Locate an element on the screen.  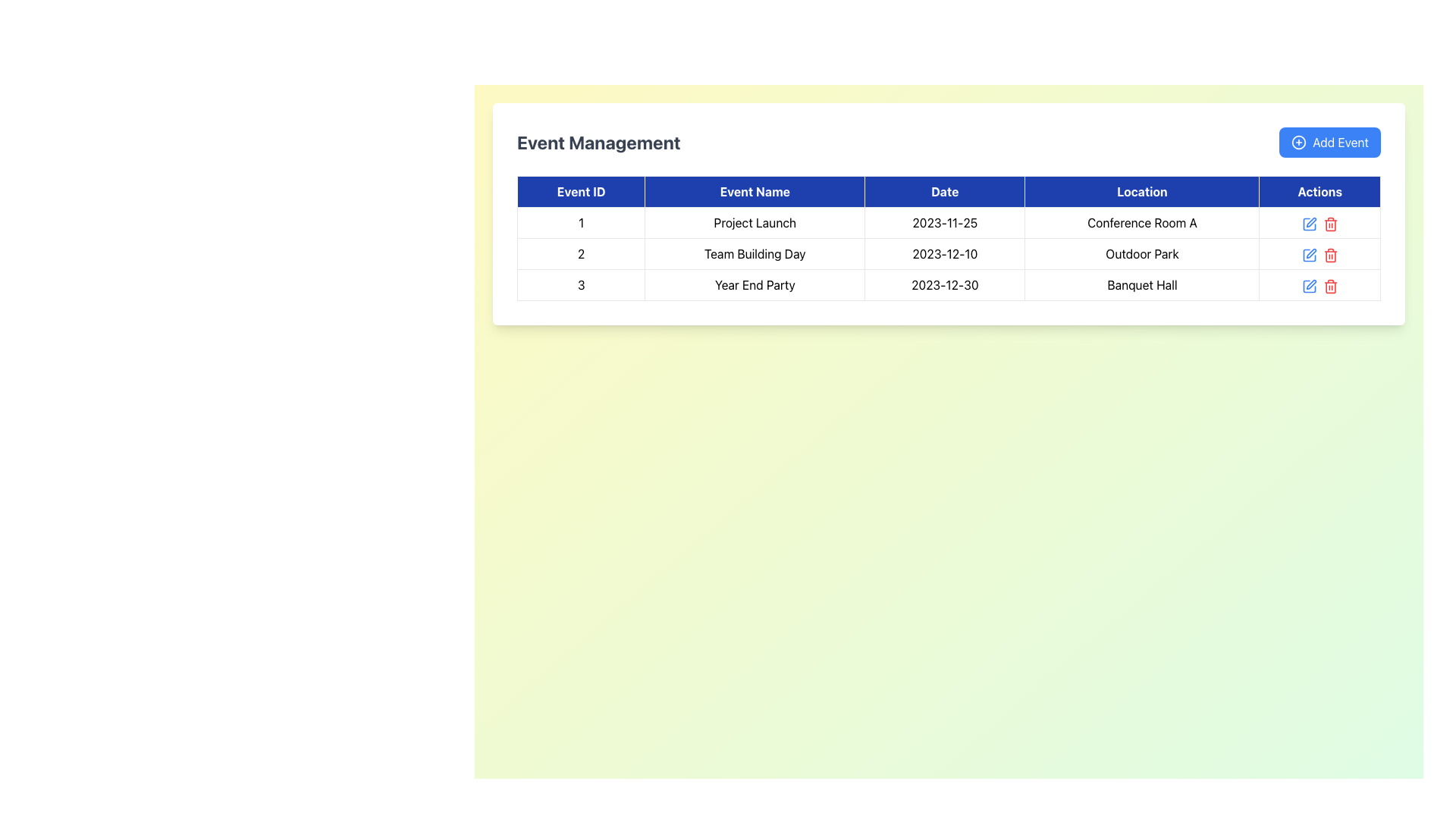
text '2023-12-30' displayed in plain black font inside the third cell of the 'Date' column in the 'Event Management' table, which is part of the row containing 'Year End Party' and 'Banquet Hall' is located at coordinates (944, 284).